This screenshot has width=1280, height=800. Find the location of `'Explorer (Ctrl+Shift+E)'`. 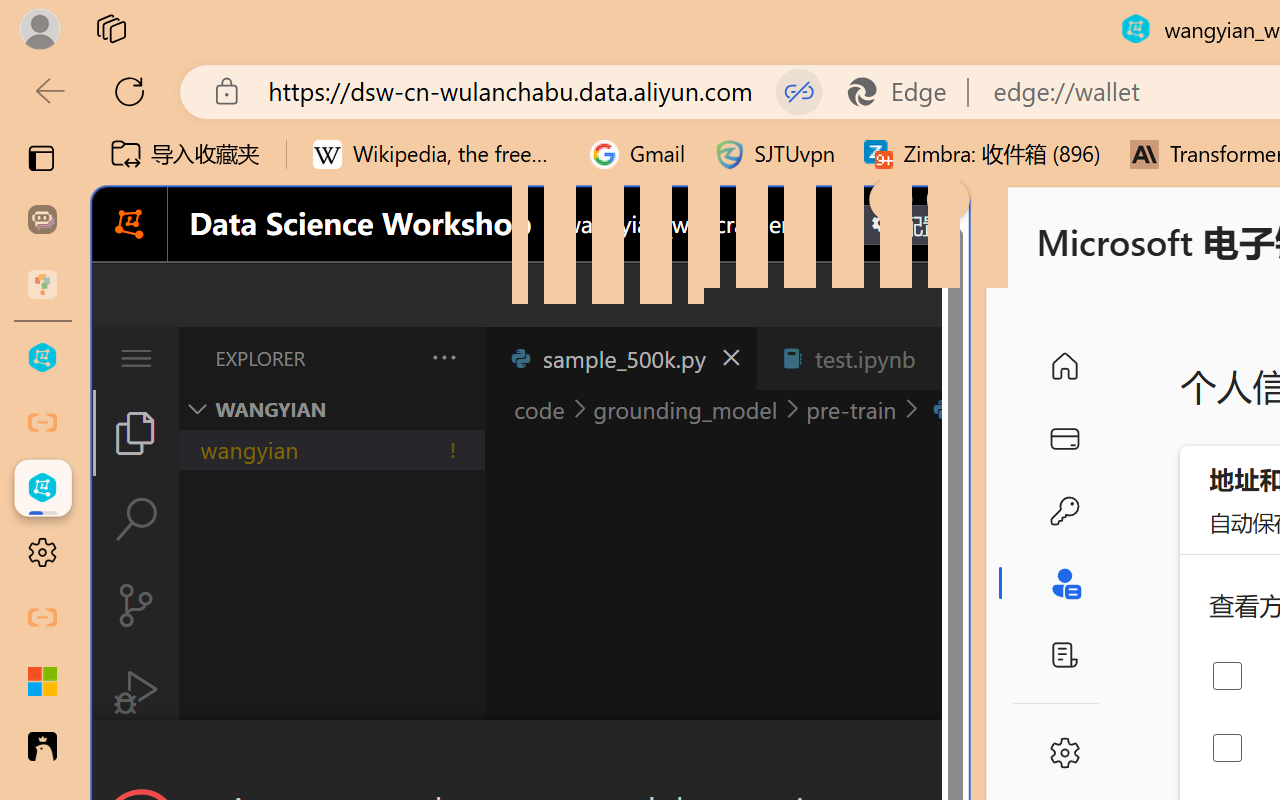

'Explorer (Ctrl+Shift+E)' is located at coordinates (134, 432).